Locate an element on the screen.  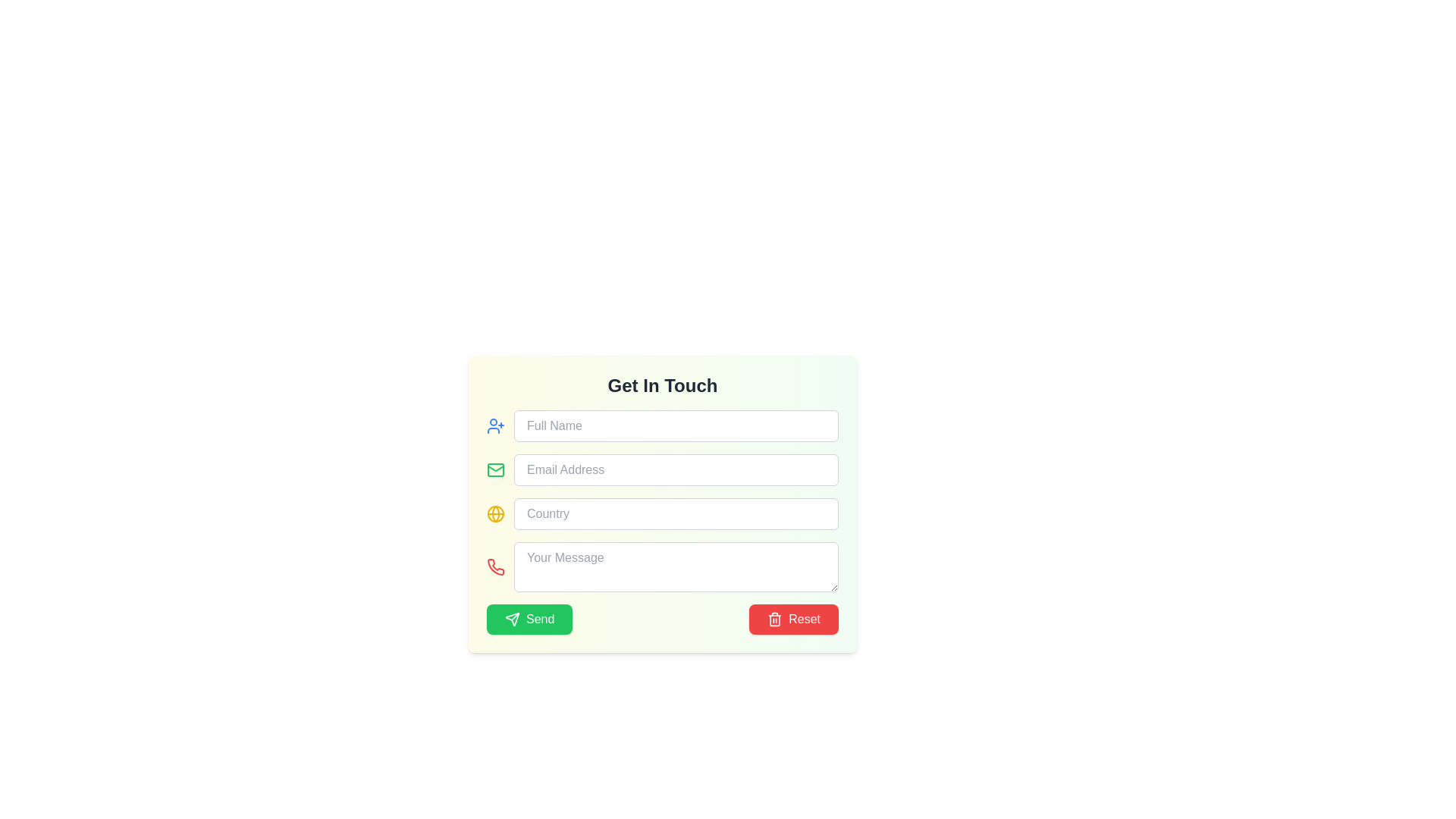
the text input field for 'Country' is located at coordinates (676, 513).